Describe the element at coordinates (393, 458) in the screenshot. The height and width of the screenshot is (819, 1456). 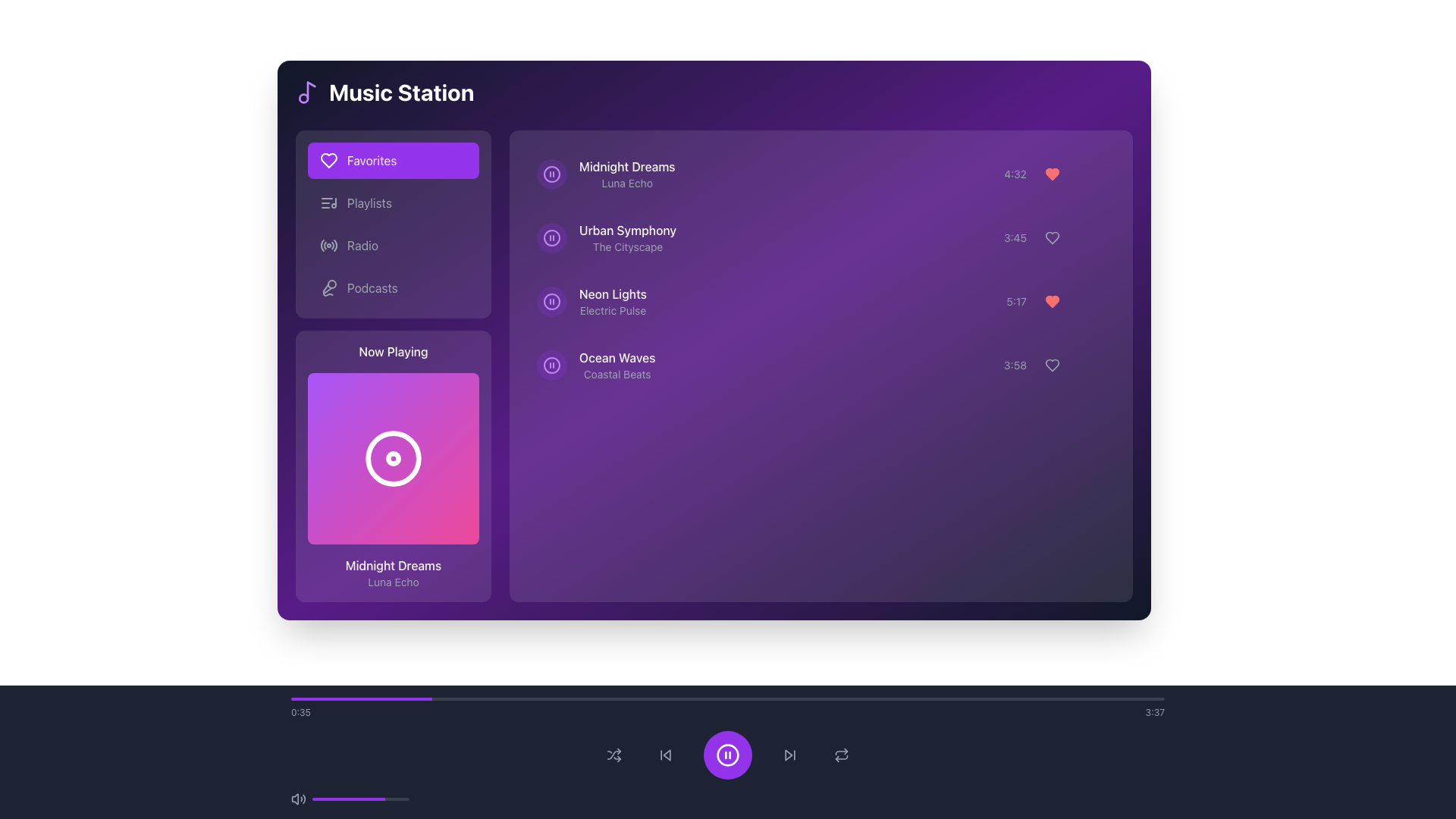
I see `the currently playing music track displayed in the 'Now Playing' section, located below the text 'Now Playing' and above 'Midnight Dreams Luna Echo'` at that location.